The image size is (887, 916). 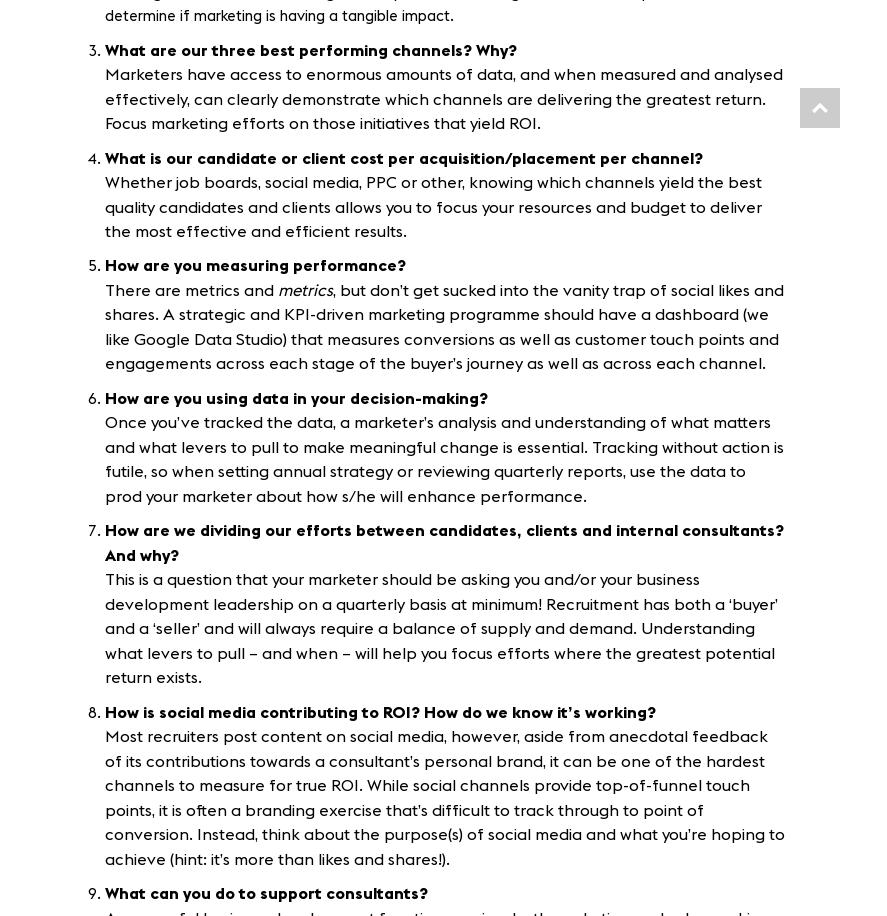 I want to click on 'Most recruiters post content on social media, however, aside from anecdotal feedback of its contributions towards a consultant’s personal brand, it can be one of the hardest channels to measure for true ROI. While social channels provide top-of-funnel touch points, it is often a branding exercise that’s difficult to track through to point of conversion. Instead, think about the purpose(s) of social media and what you’re hoping to achieve (hint: it’s more than likes and shares!).', so click(x=444, y=797).